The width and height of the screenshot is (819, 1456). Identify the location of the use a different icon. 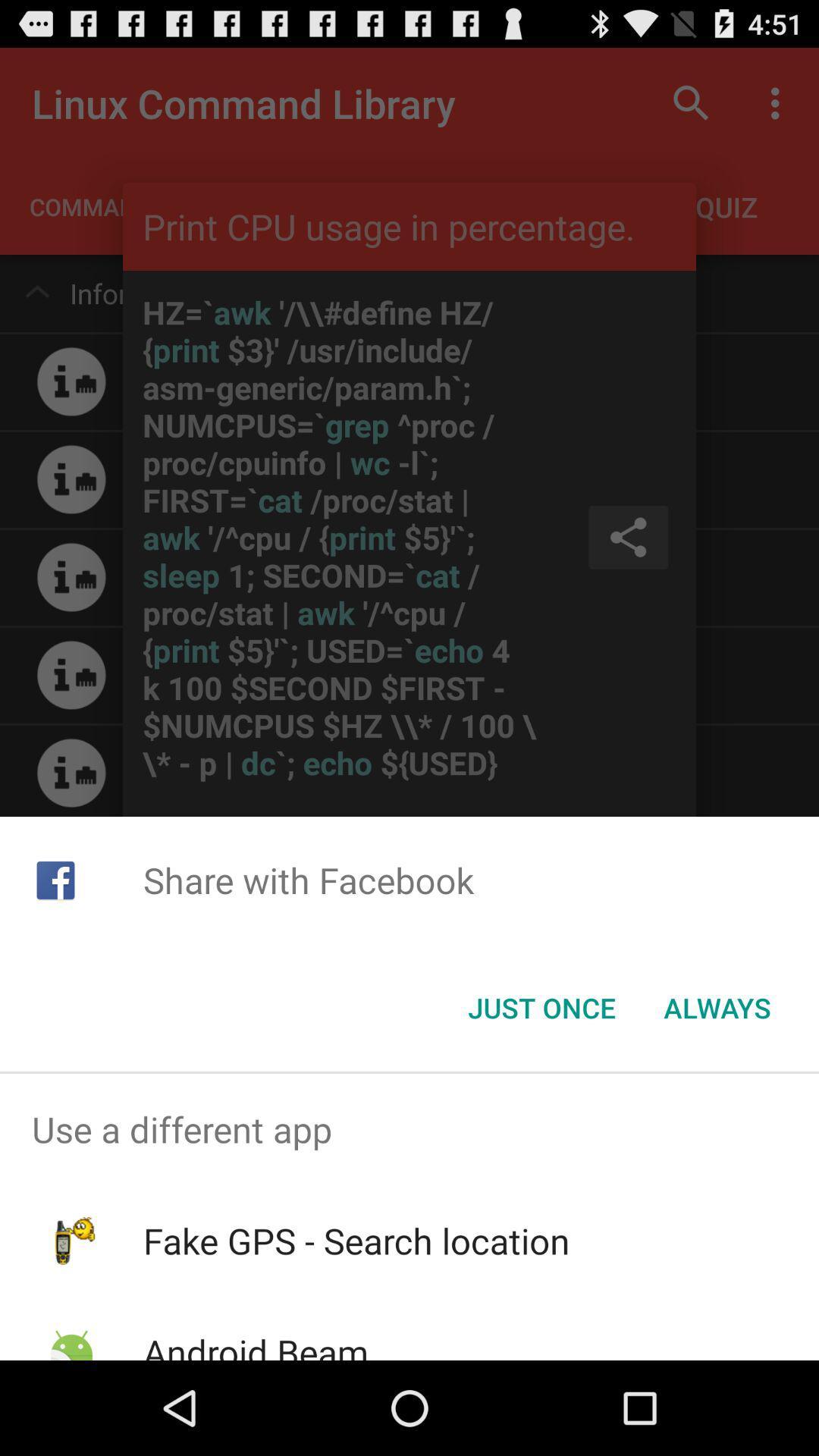
(409, 1129).